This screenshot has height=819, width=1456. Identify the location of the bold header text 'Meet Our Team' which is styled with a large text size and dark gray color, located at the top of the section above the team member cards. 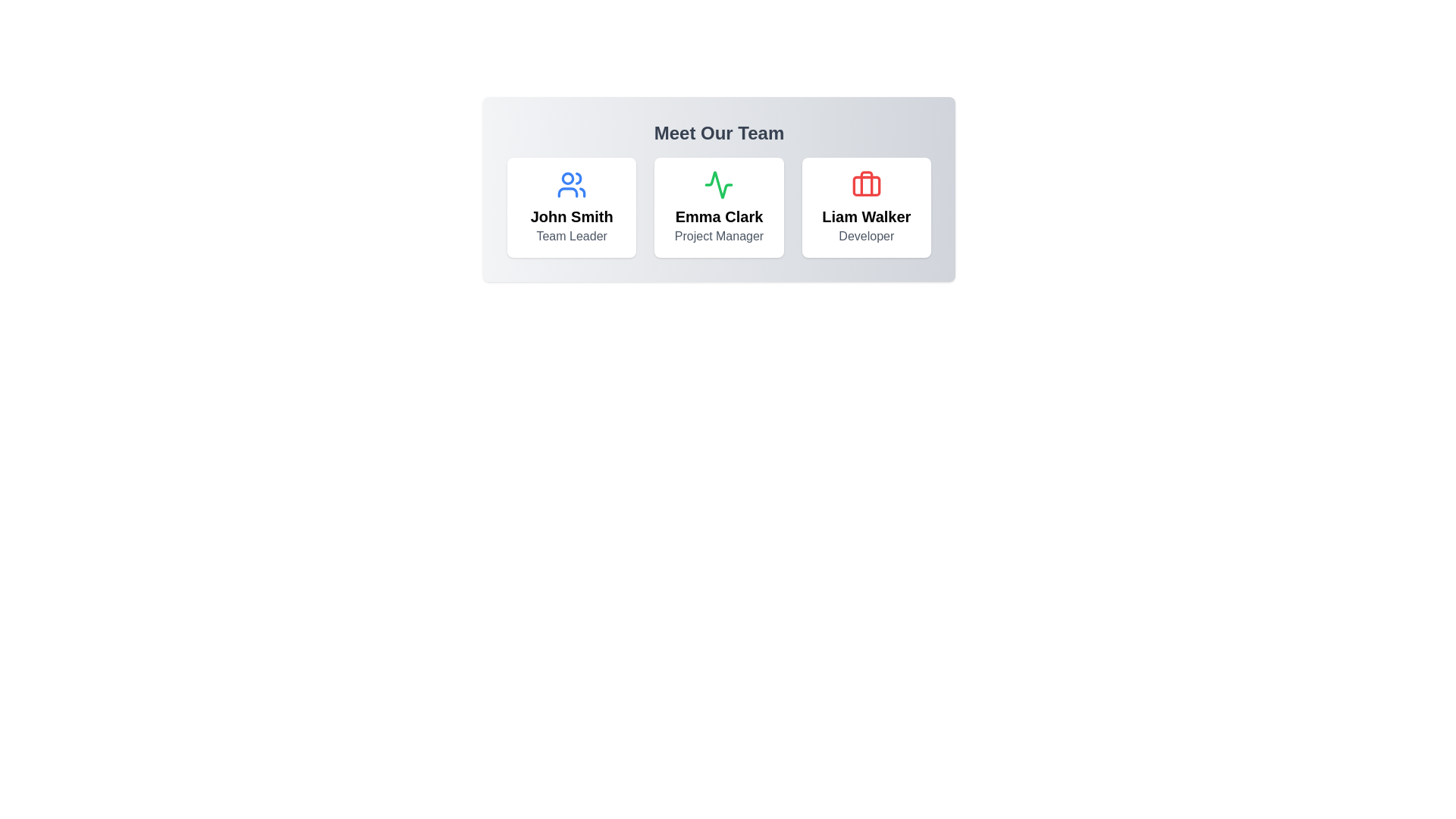
(718, 133).